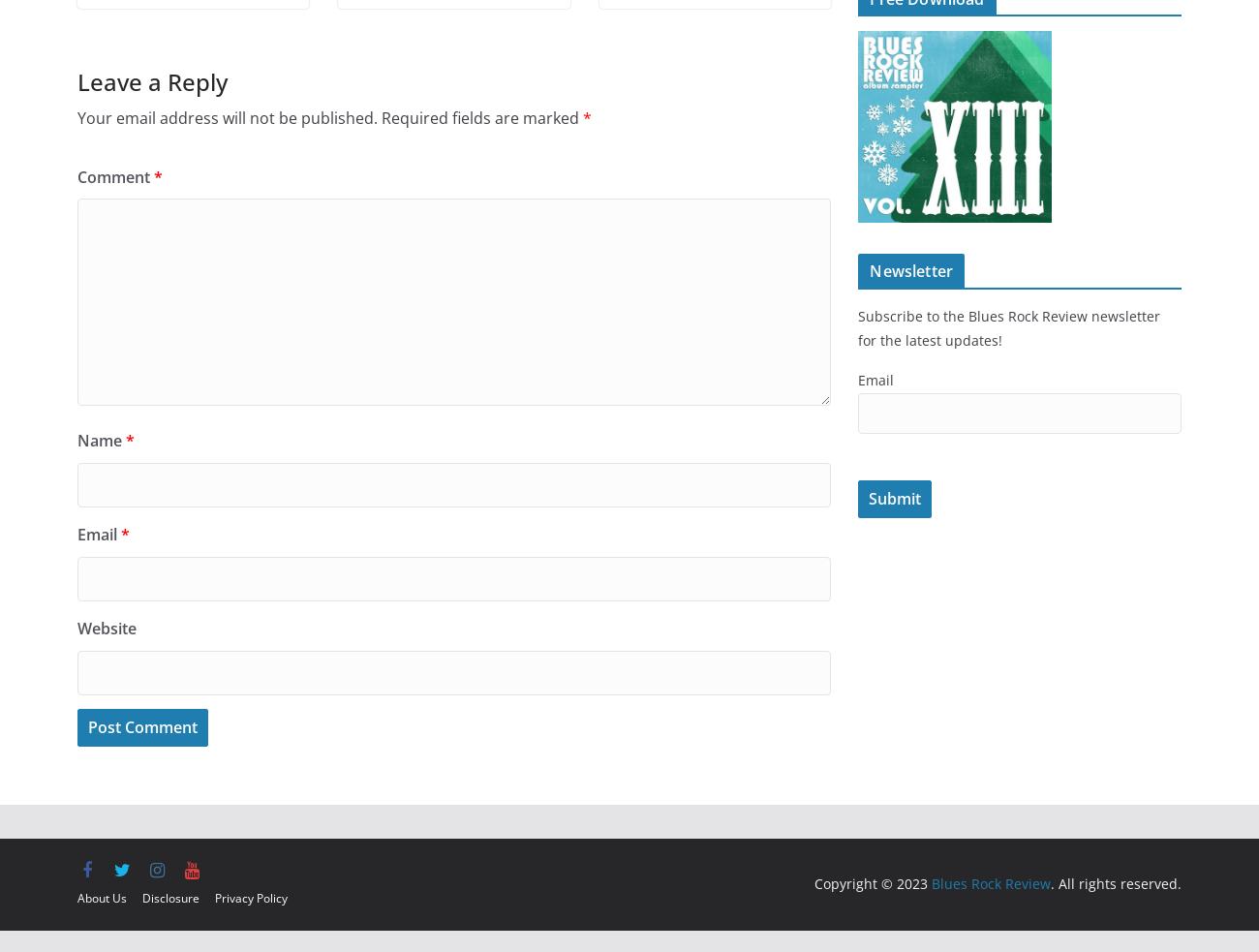 The width and height of the screenshot is (1259, 952). Describe the element at coordinates (910, 270) in the screenshot. I see `'Newsletter'` at that location.